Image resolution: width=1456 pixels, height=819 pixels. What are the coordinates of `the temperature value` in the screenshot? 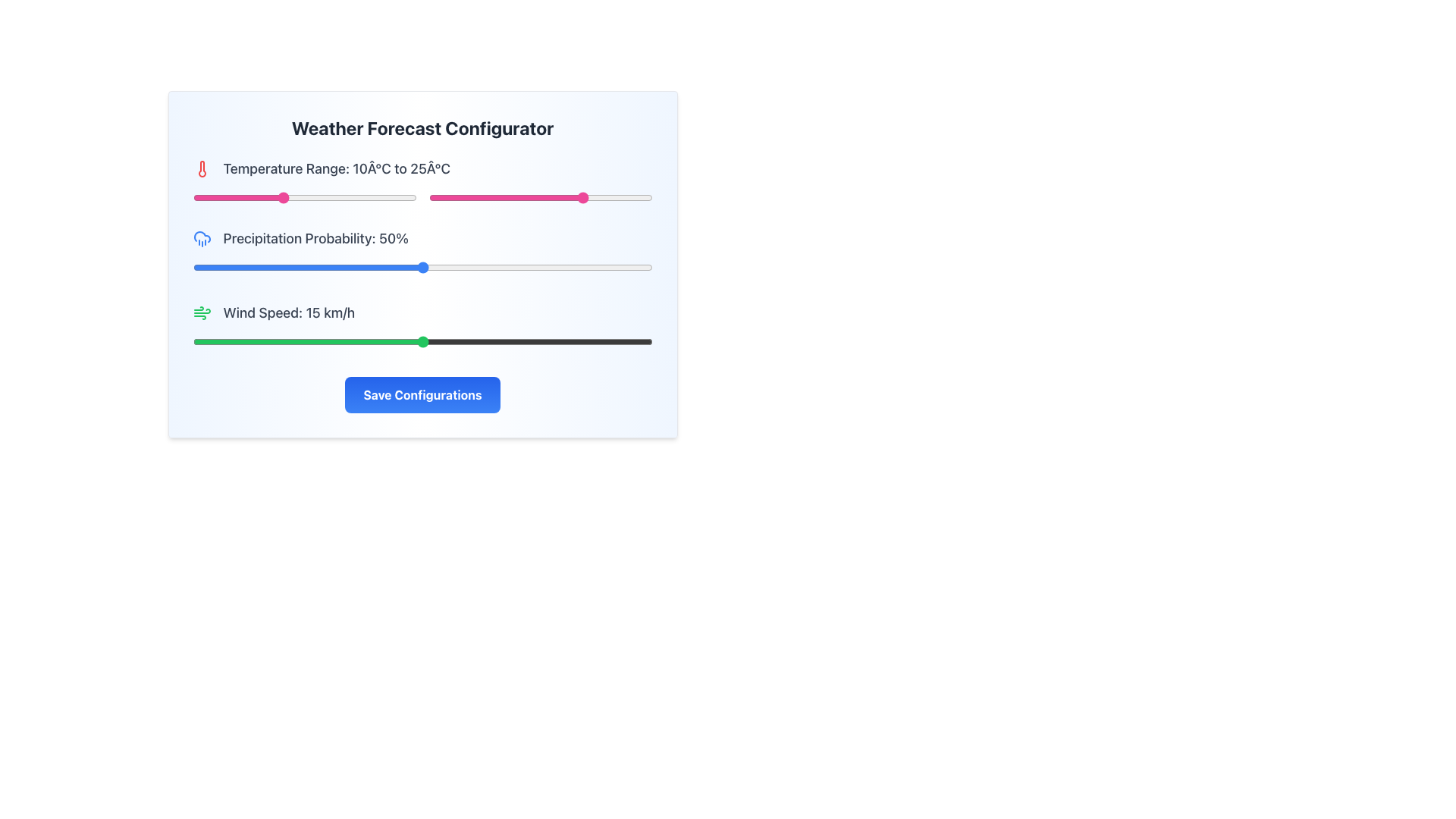 It's located at (532, 197).